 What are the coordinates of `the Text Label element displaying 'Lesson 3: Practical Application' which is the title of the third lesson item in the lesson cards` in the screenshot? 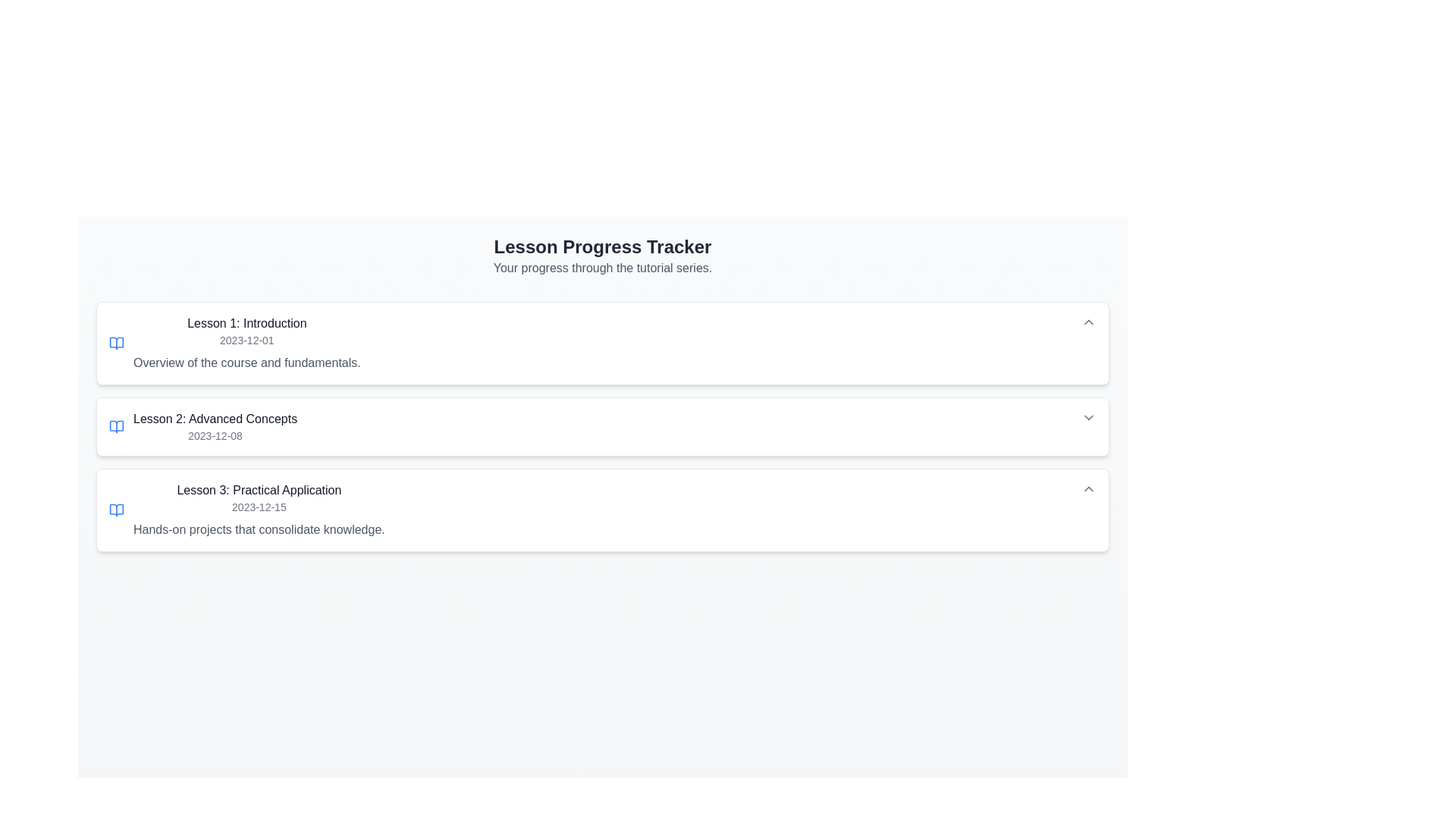 It's located at (259, 491).